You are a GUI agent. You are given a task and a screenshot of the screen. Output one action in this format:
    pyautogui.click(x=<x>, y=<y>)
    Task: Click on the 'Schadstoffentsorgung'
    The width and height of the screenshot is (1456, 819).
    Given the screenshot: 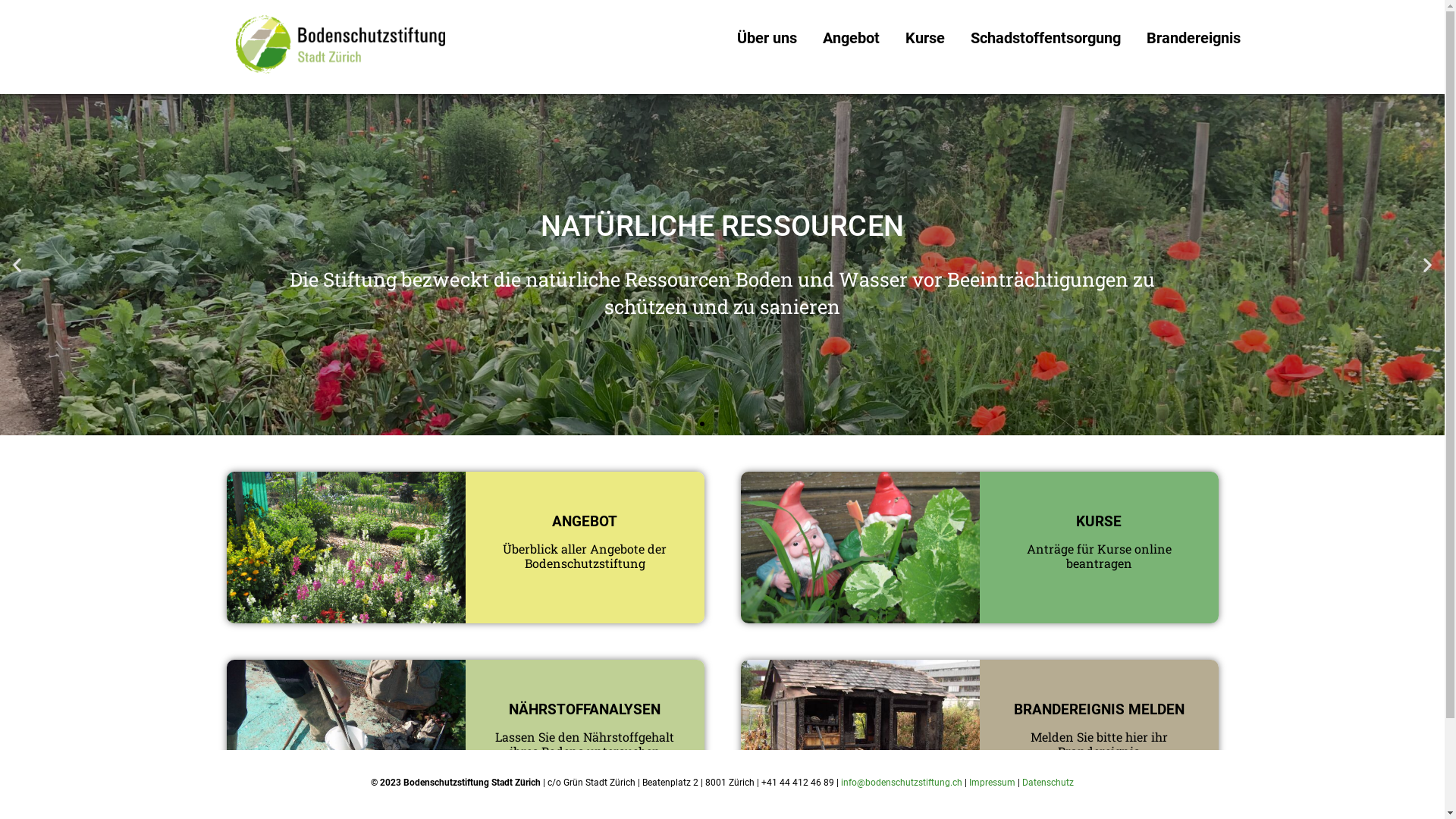 What is the action you would take?
    pyautogui.click(x=956, y=37)
    